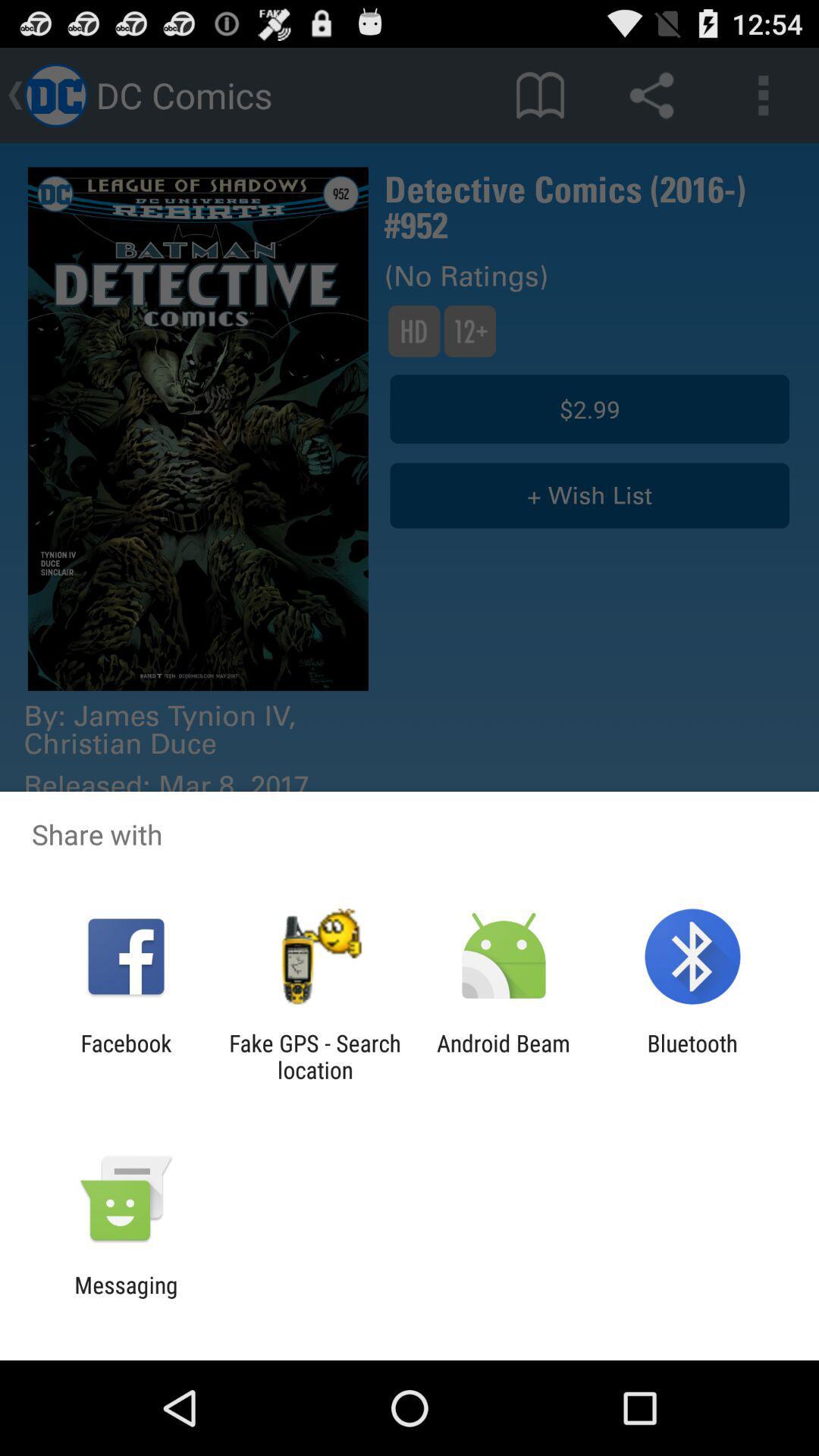 The image size is (819, 1456). What do you see at coordinates (314, 1056) in the screenshot?
I see `fake gps search icon` at bounding box center [314, 1056].